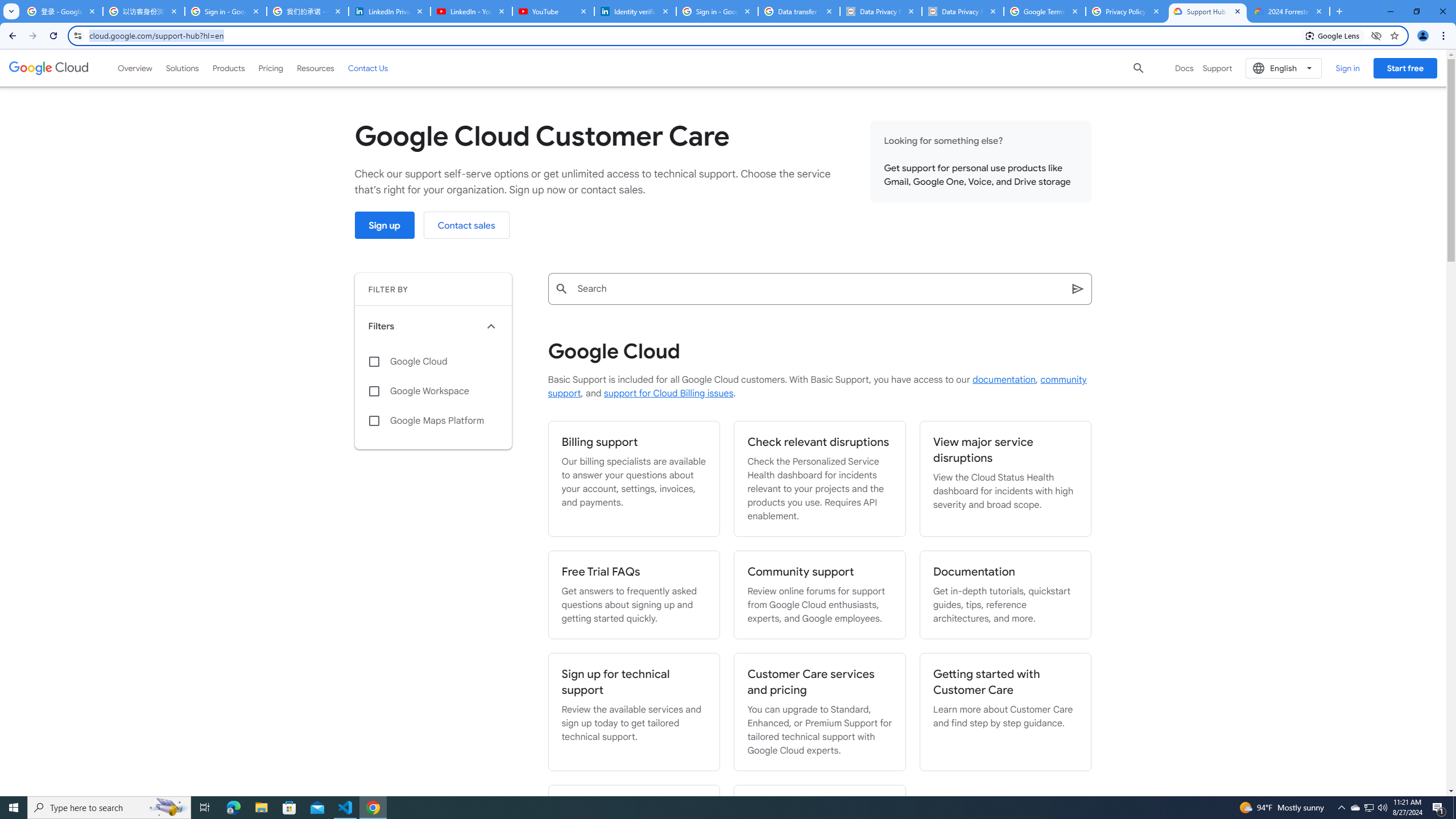  Describe the element at coordinates (433, 391) in the screenshot. I see `'Google Workspace'` at that location.